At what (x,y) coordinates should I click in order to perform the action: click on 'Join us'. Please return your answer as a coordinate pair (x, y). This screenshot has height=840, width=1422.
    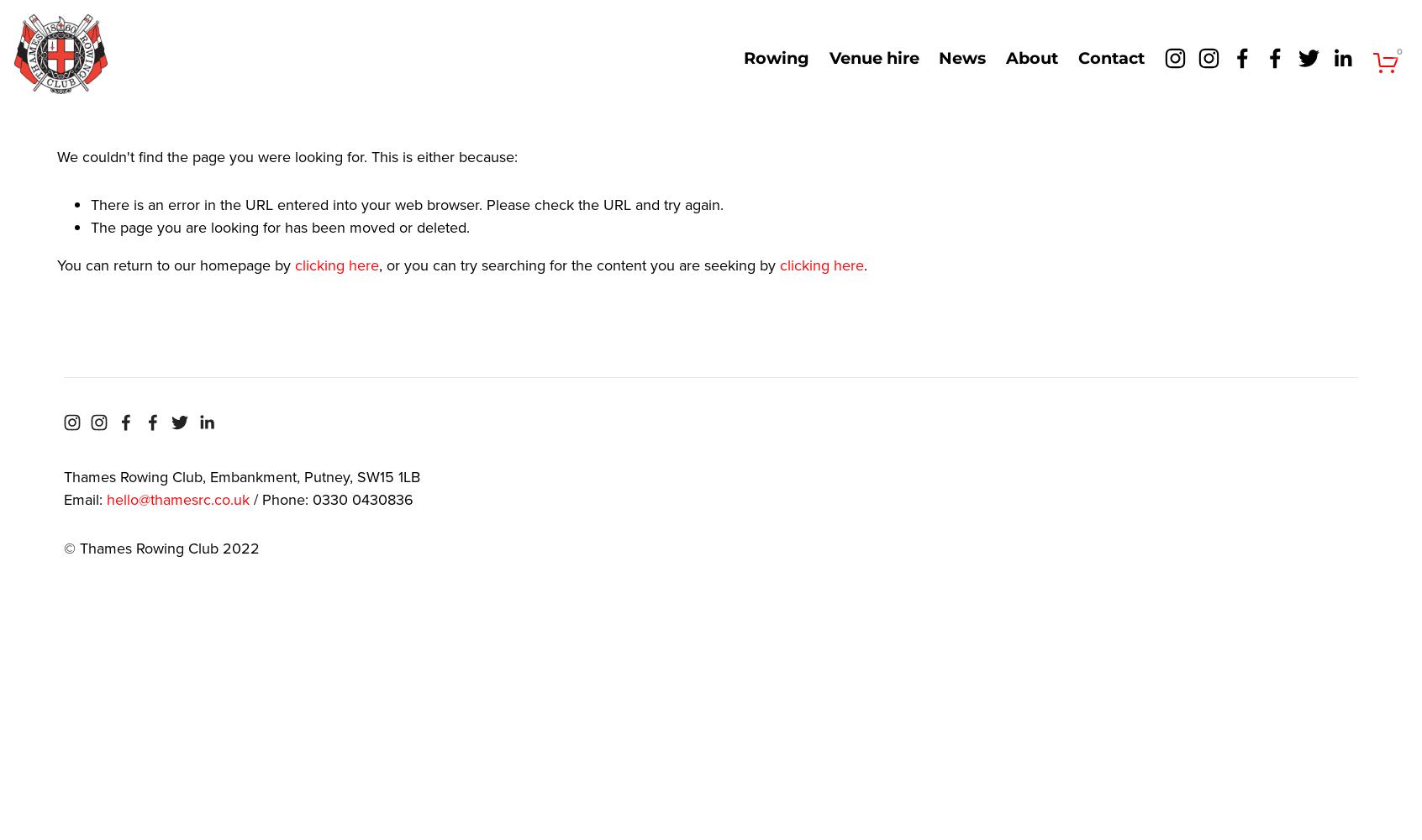
    Looking at the image, I should click on (750, 84).